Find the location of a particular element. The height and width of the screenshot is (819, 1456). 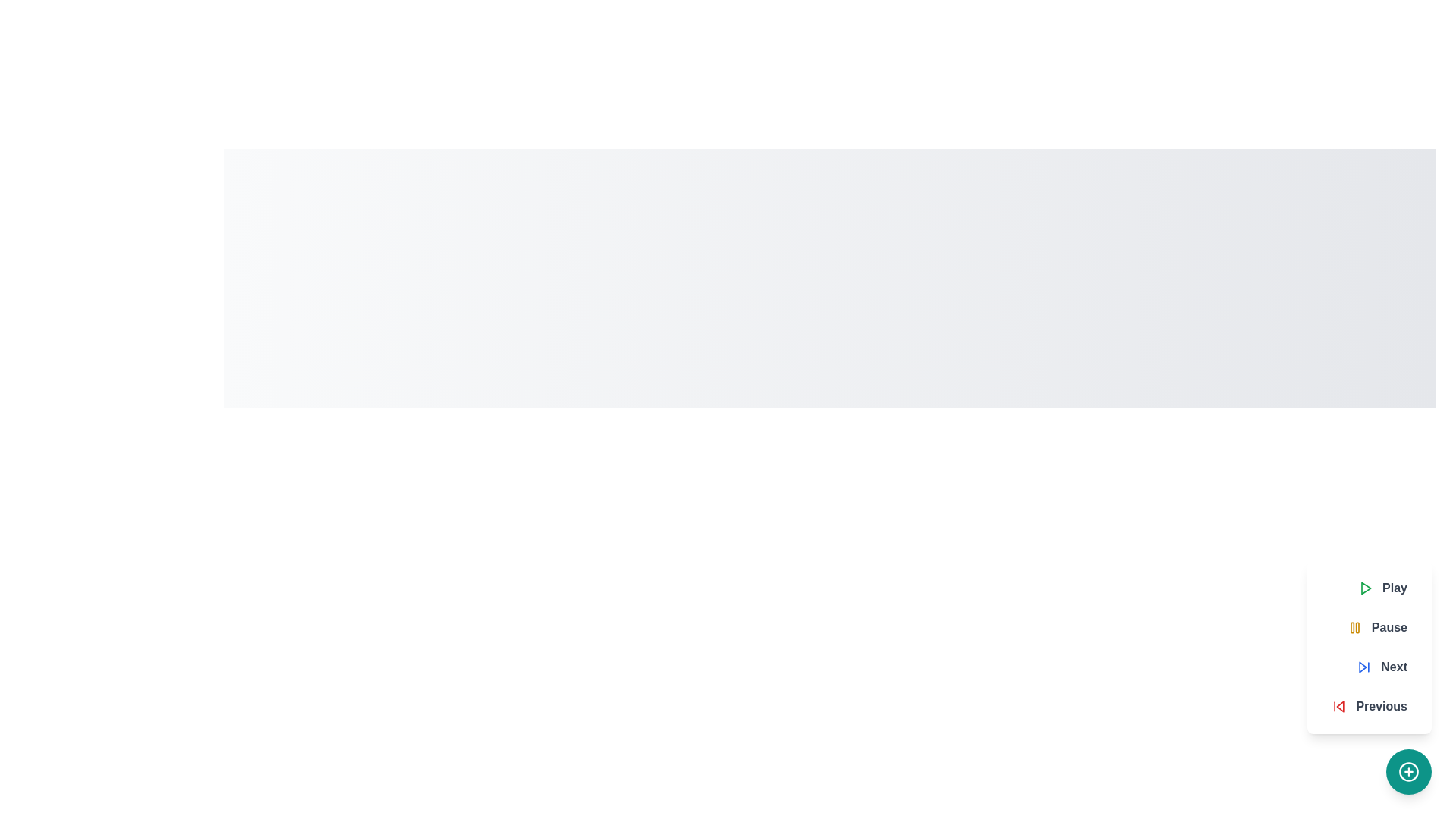

the 'Pause' button in the menu is located at coordinates (1376, 628).